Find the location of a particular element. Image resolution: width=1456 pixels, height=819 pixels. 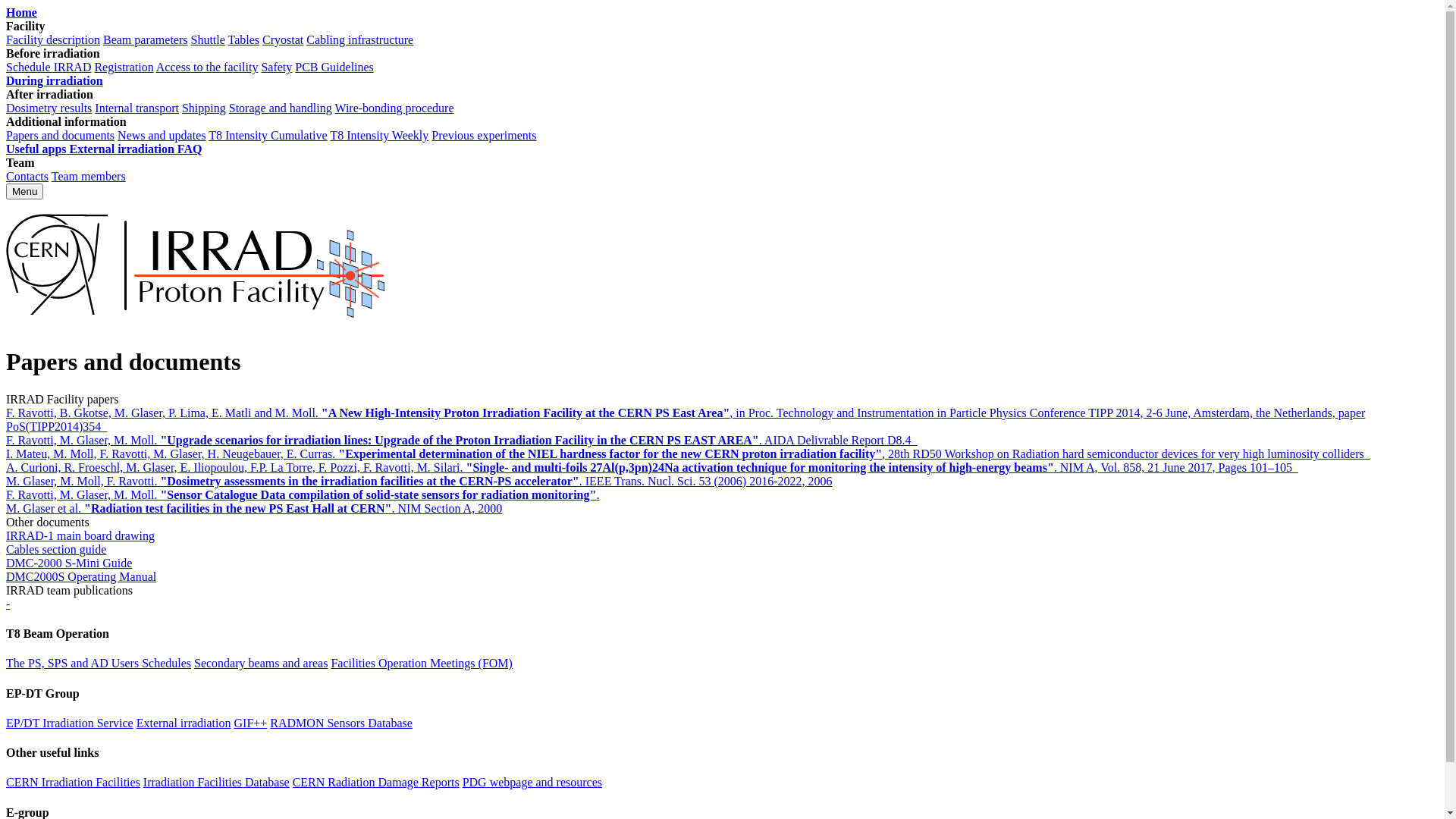

'IRRAD-1 main board drawing' is located at coordinates (79, 535).